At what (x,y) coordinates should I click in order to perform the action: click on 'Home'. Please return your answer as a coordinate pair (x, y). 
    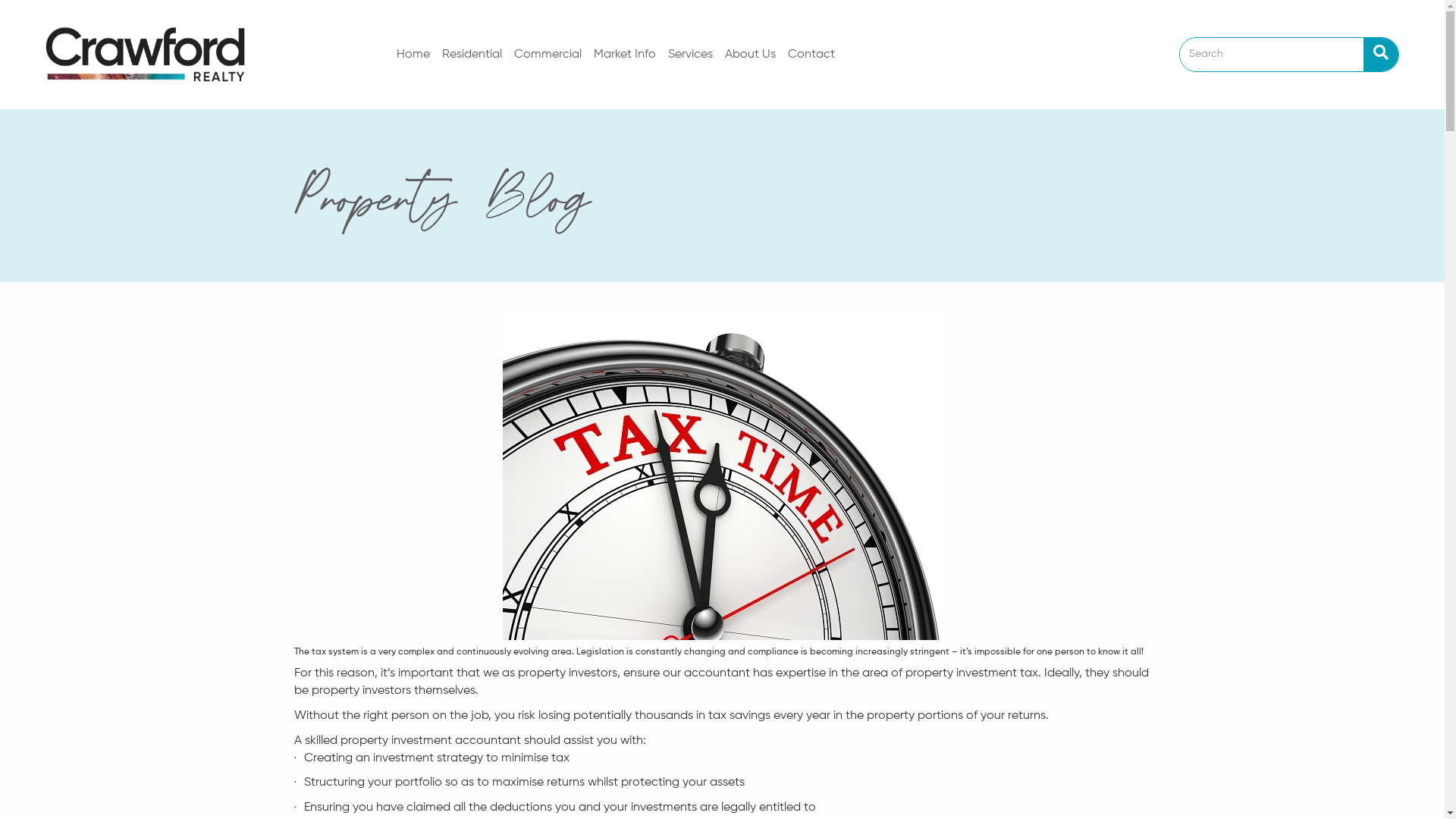
    Looking at the image, I should click on (413, 54).